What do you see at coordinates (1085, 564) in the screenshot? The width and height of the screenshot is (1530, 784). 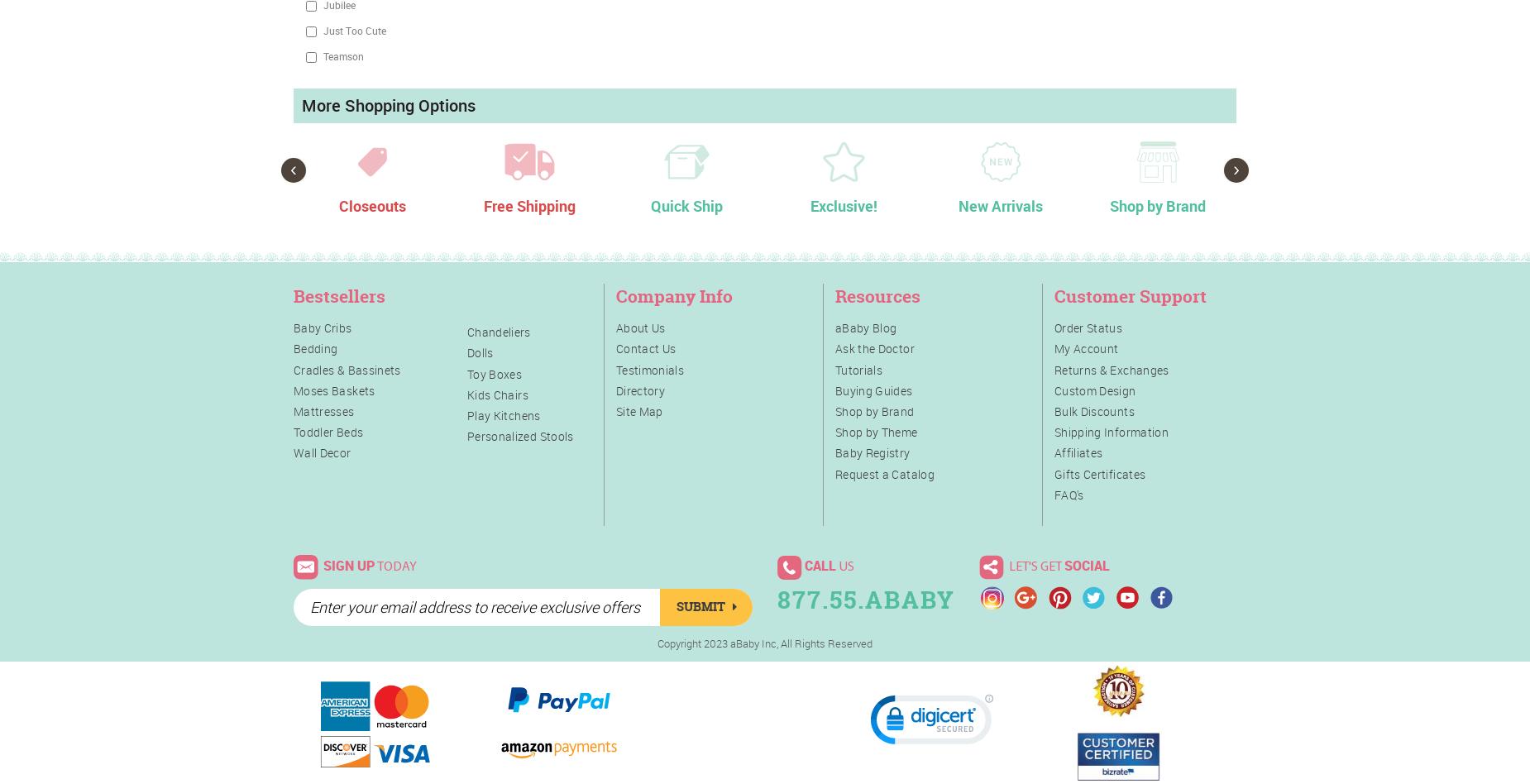 I see `'SOCIAL'` at bounding box center [1085, 564].